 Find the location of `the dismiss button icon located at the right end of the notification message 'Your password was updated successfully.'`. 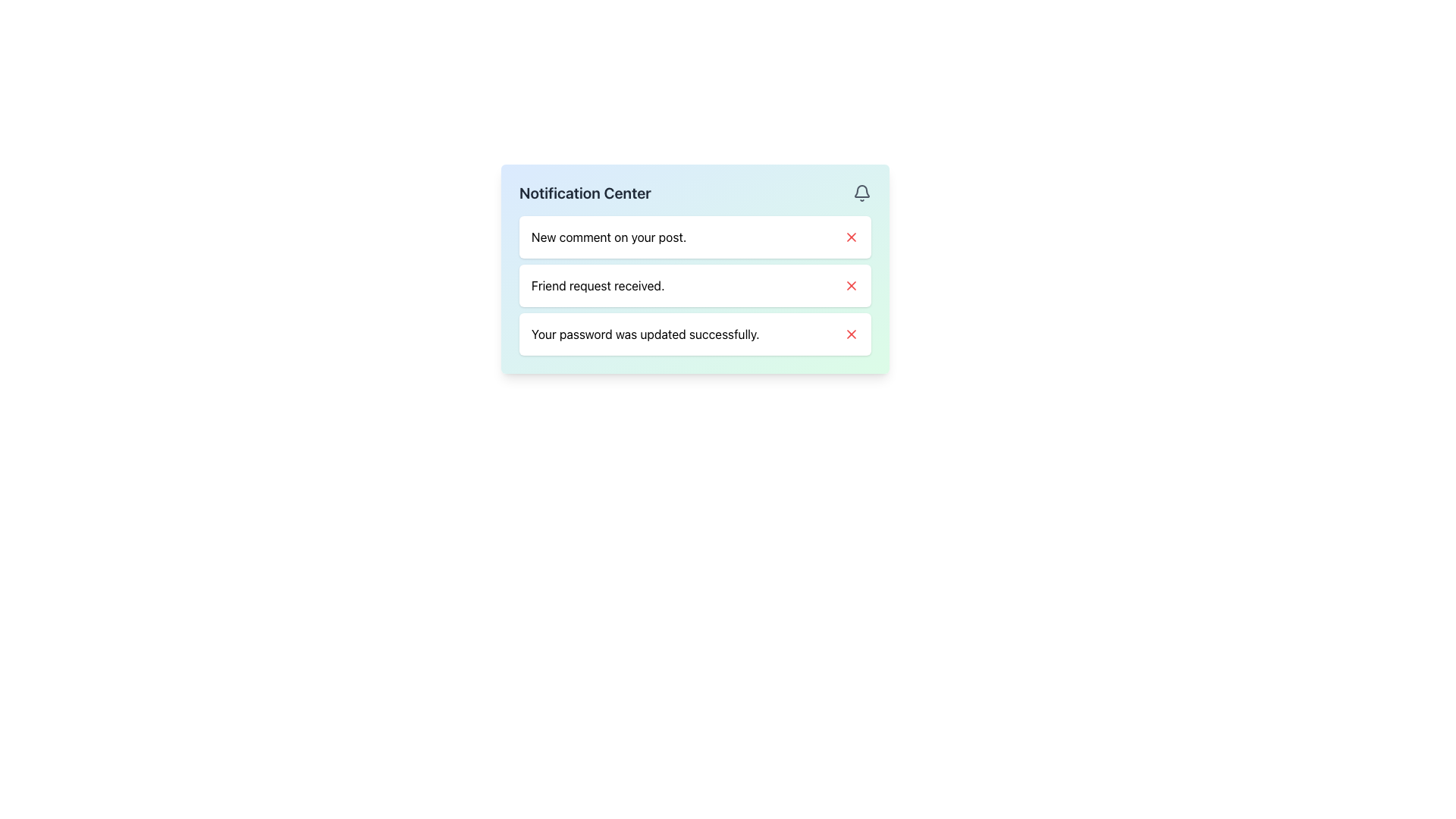

the dismiss button icon located at the right end of the notification message 'Your password was updated successfully.' is located at coordinates (852, 333).